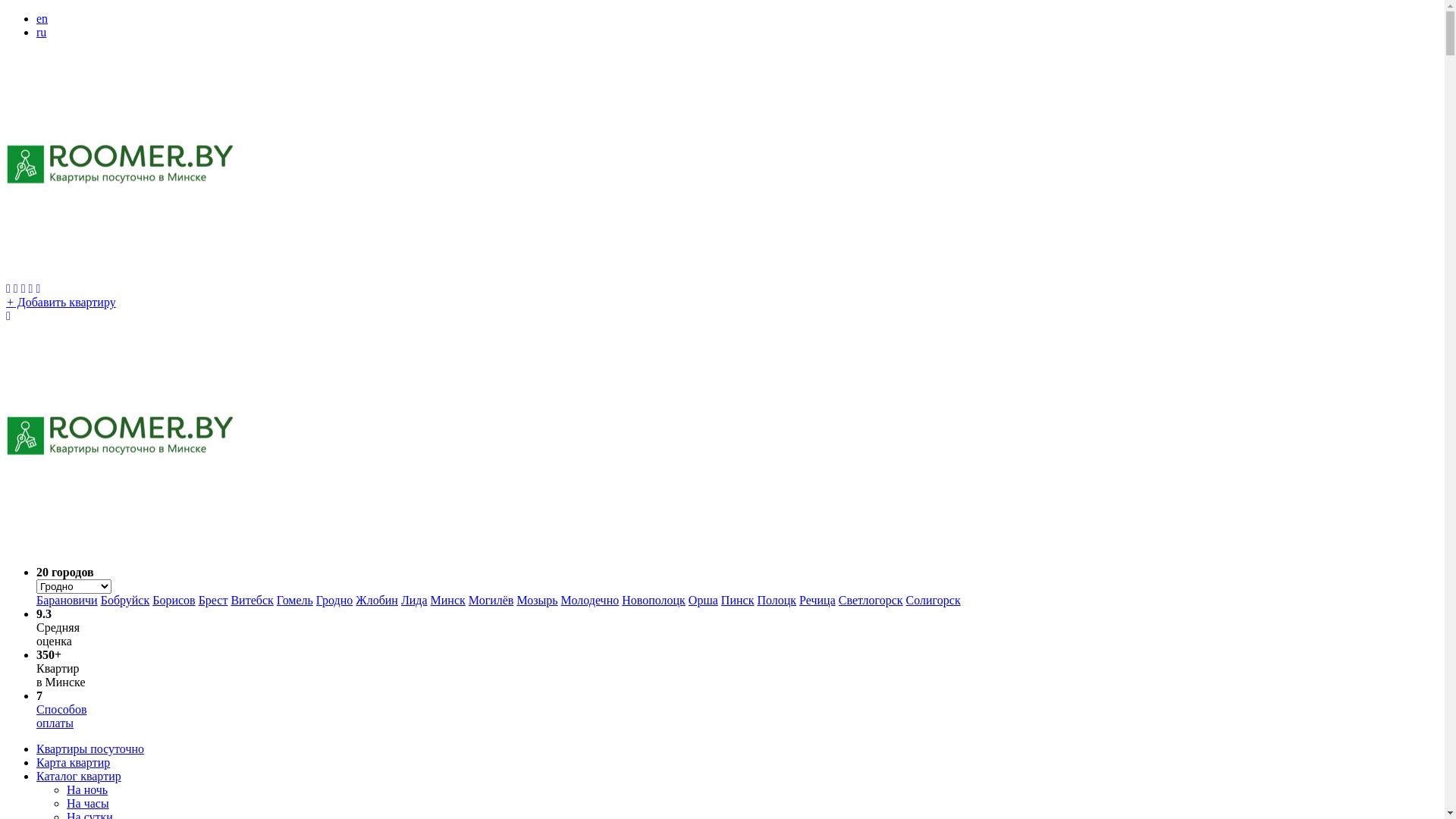  What do you see at coordinates (36, 18) in the screenshot?
I see `'en'` at bounding box center [36, 18].